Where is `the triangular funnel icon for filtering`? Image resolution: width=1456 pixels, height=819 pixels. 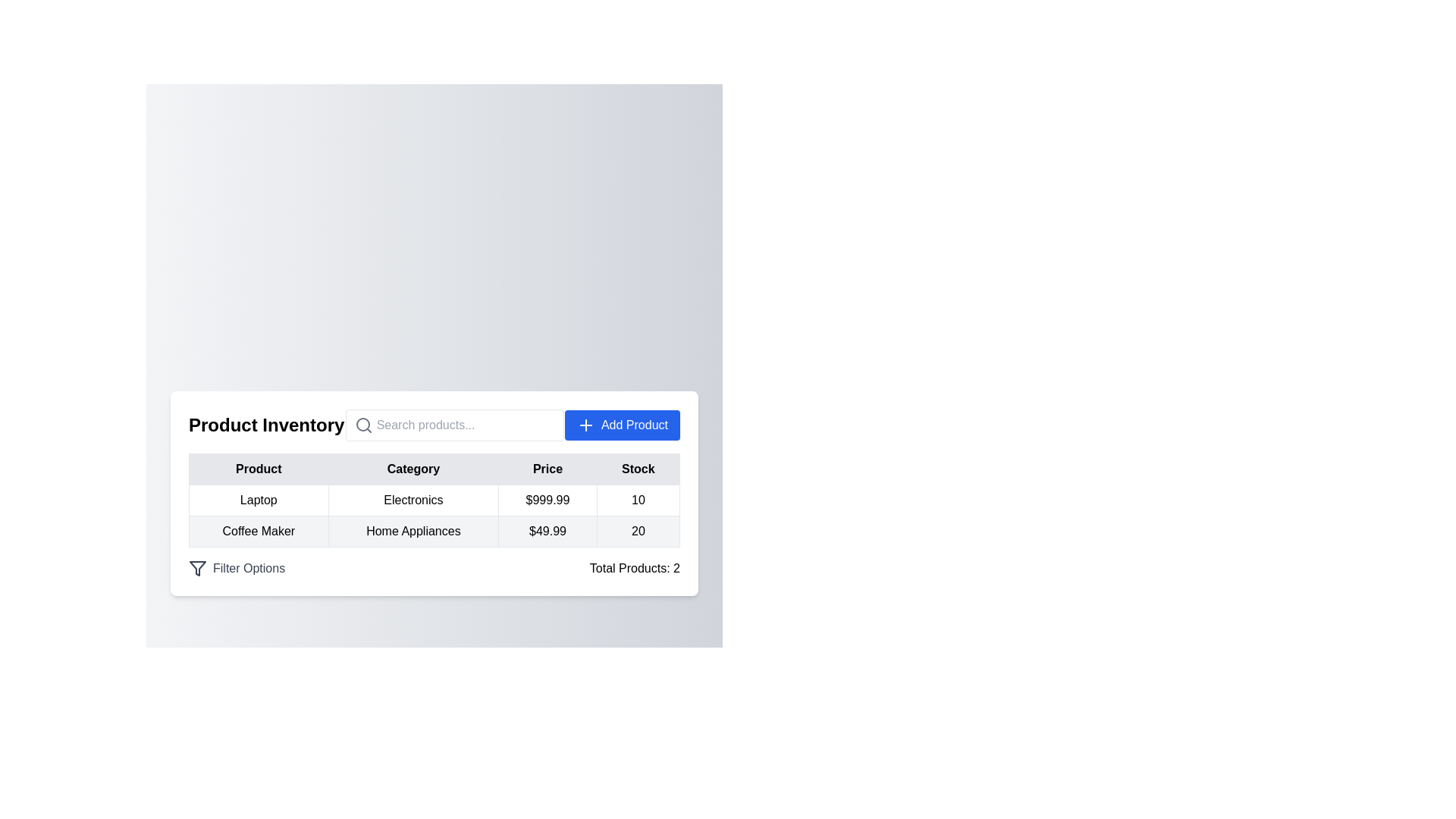 the triangular funnel icon for filtering is located at coordinates (196, 568).